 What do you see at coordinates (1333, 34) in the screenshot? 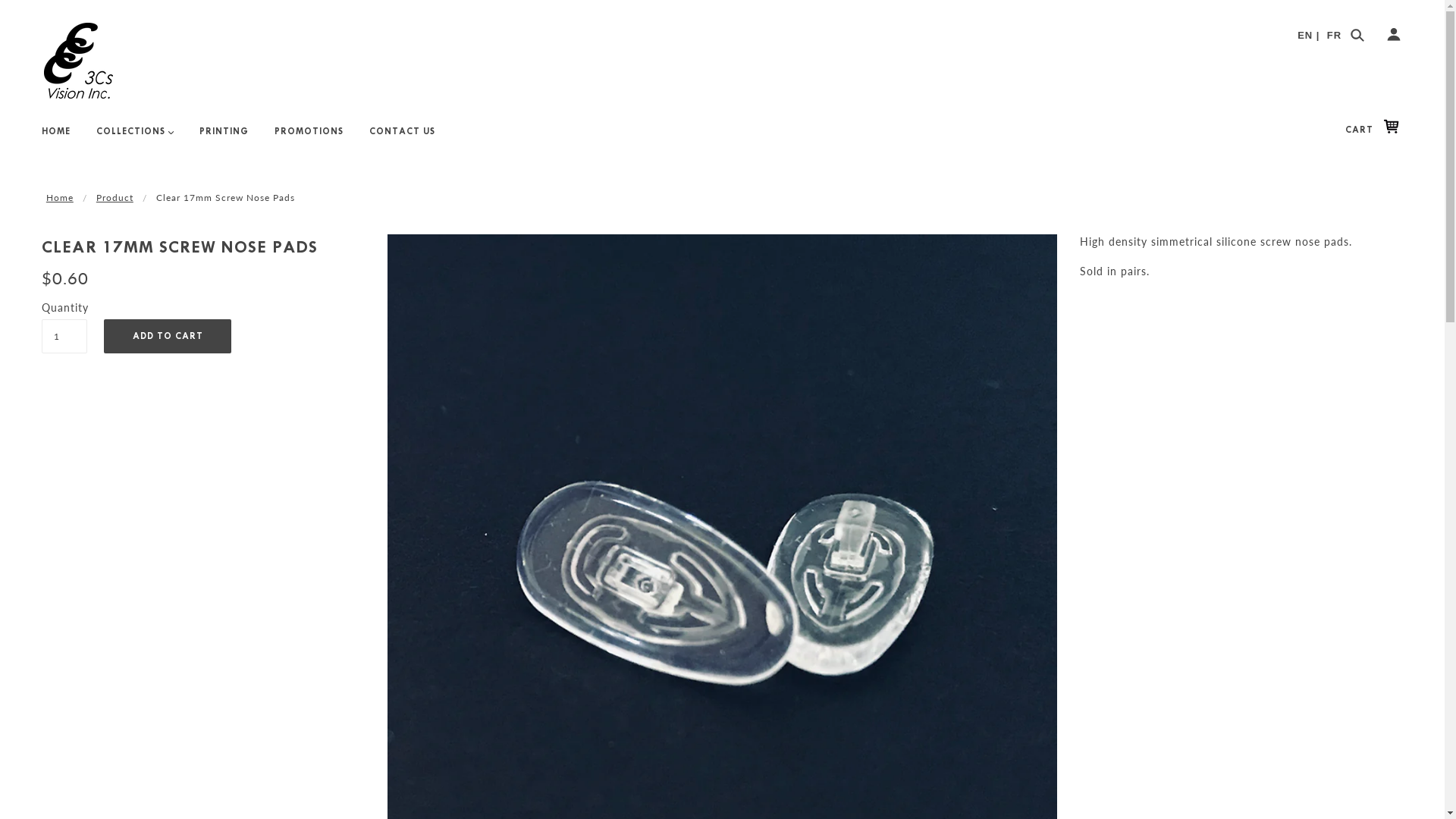
I see `'FR'` at bounding box center [1333, 34].